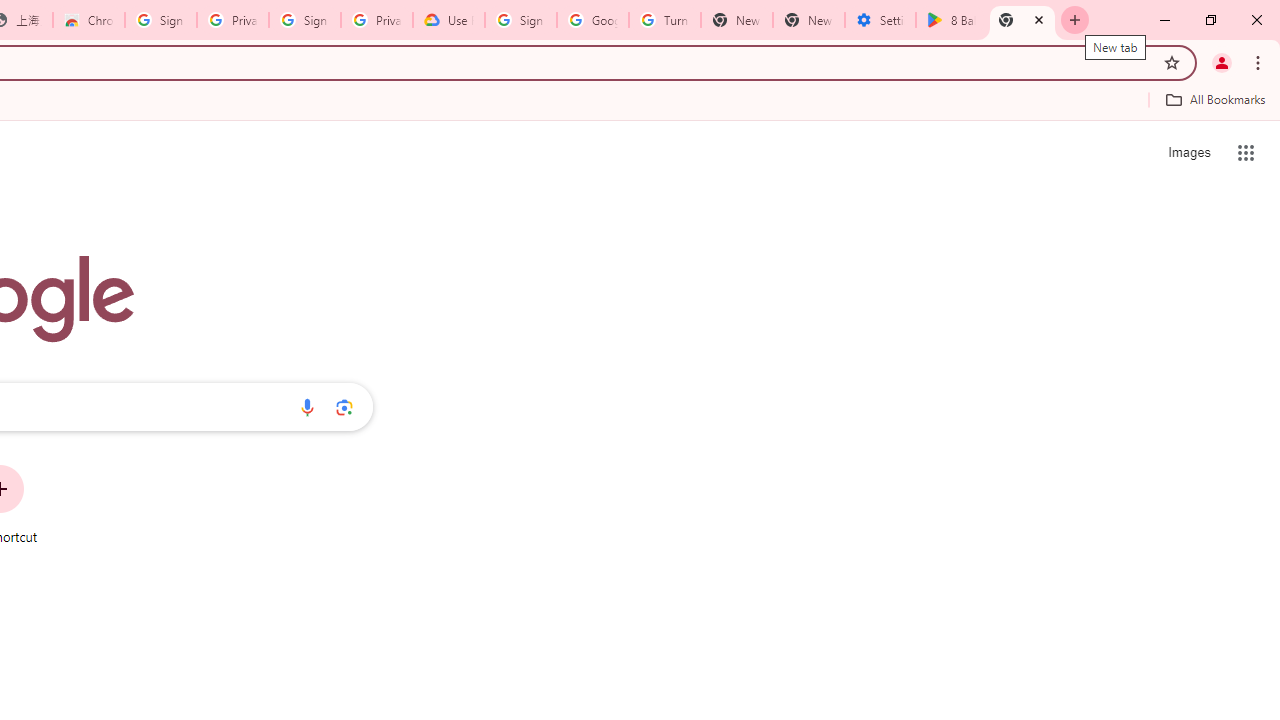 This screenshot has height=720, width=1280. What do you see at coordinates (1189, 152) in the screenshot?
I see `'Search for Images '` at bounding box center [1189, 152].